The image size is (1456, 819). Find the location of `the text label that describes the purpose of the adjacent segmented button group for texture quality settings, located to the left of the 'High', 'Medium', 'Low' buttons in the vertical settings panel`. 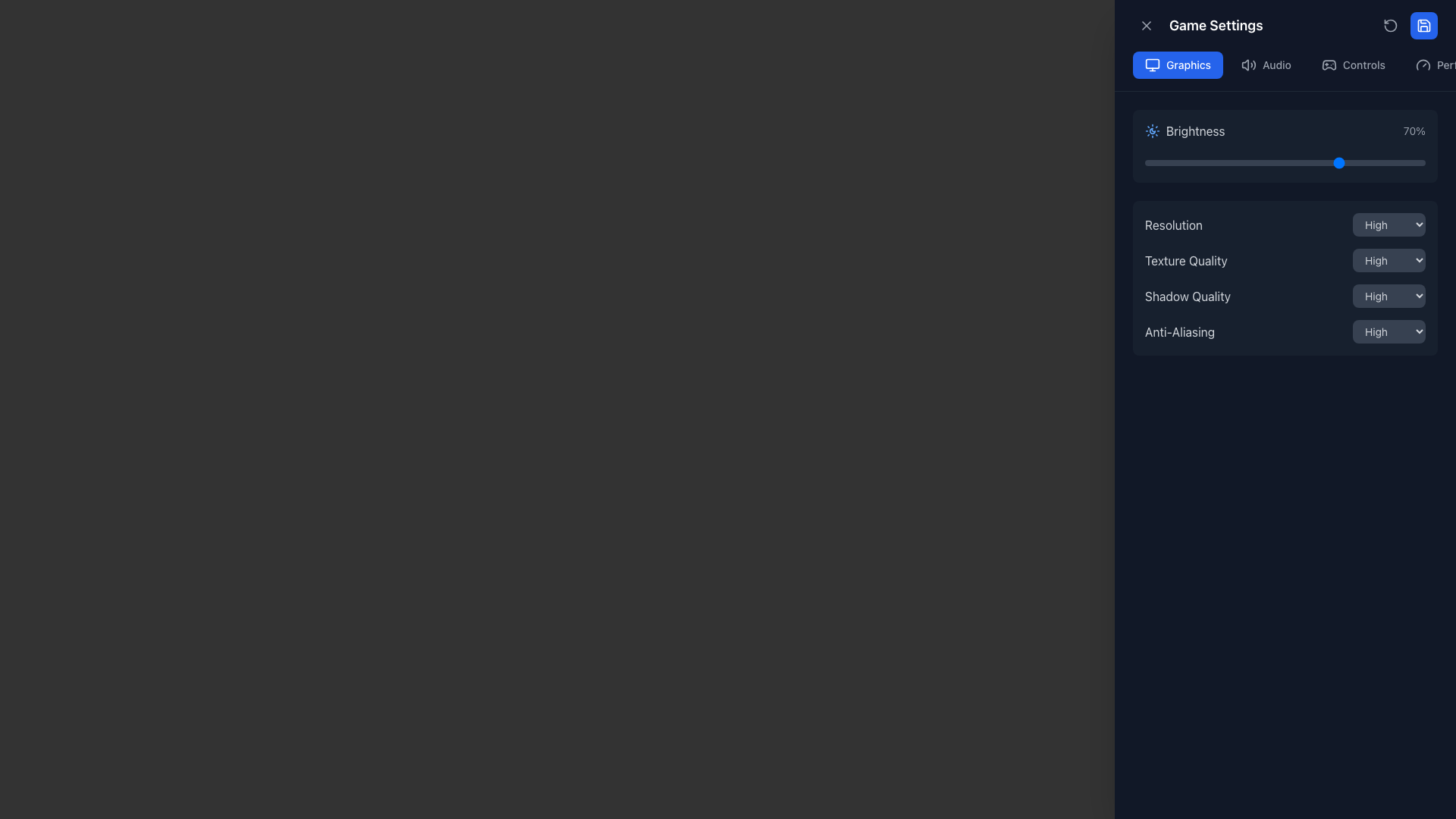

the text label that describes the purpose of the adjacent segmented button group for texture quality settings, located to the left of the 'High', 'Medium', 'Low' buttons in the vertical settings panel is located at coordinates (1185, 259).